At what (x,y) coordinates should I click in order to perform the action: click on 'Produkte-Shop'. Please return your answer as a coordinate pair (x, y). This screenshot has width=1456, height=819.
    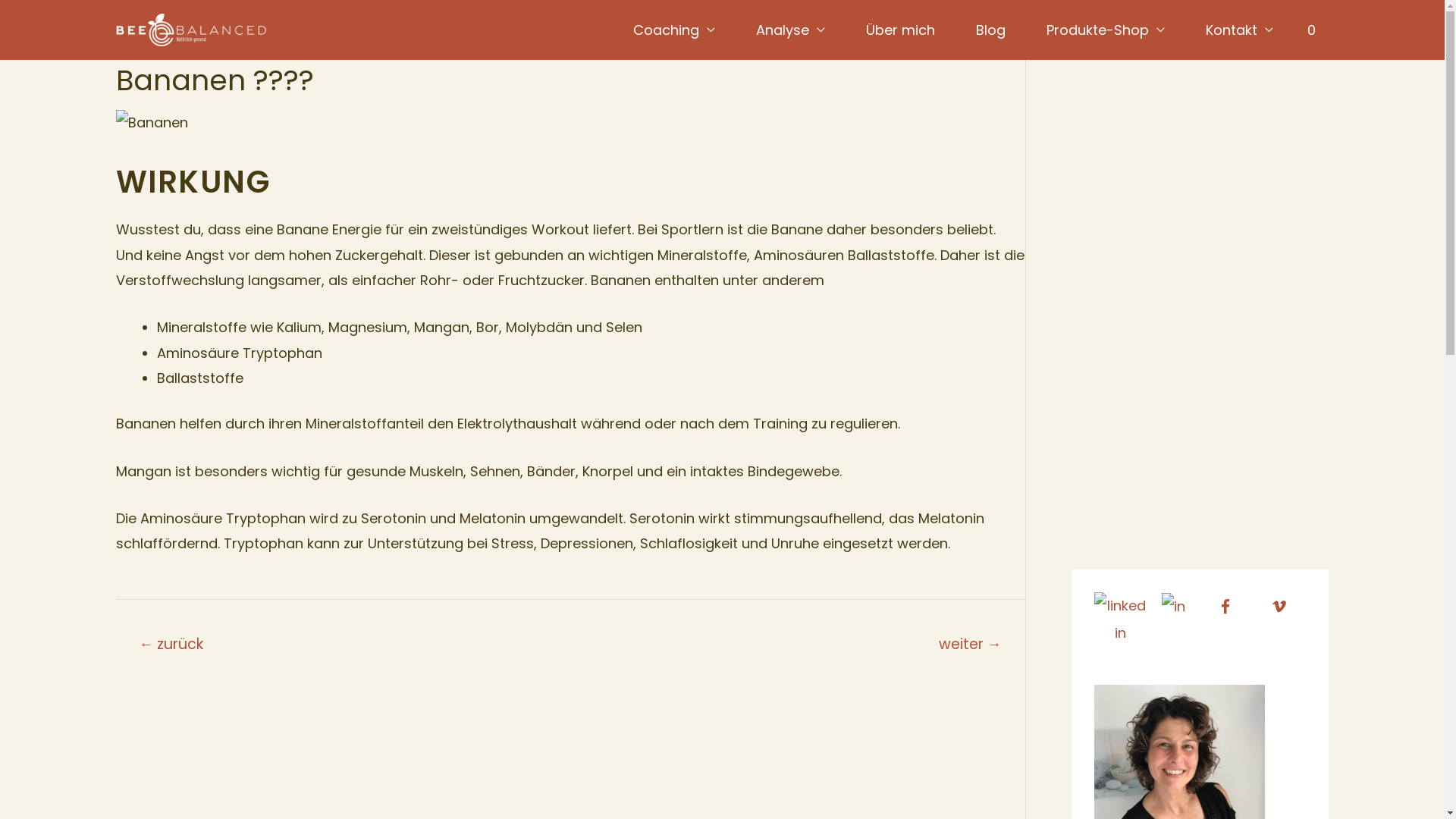
    Looking at the image, I should click on (1046, 30).